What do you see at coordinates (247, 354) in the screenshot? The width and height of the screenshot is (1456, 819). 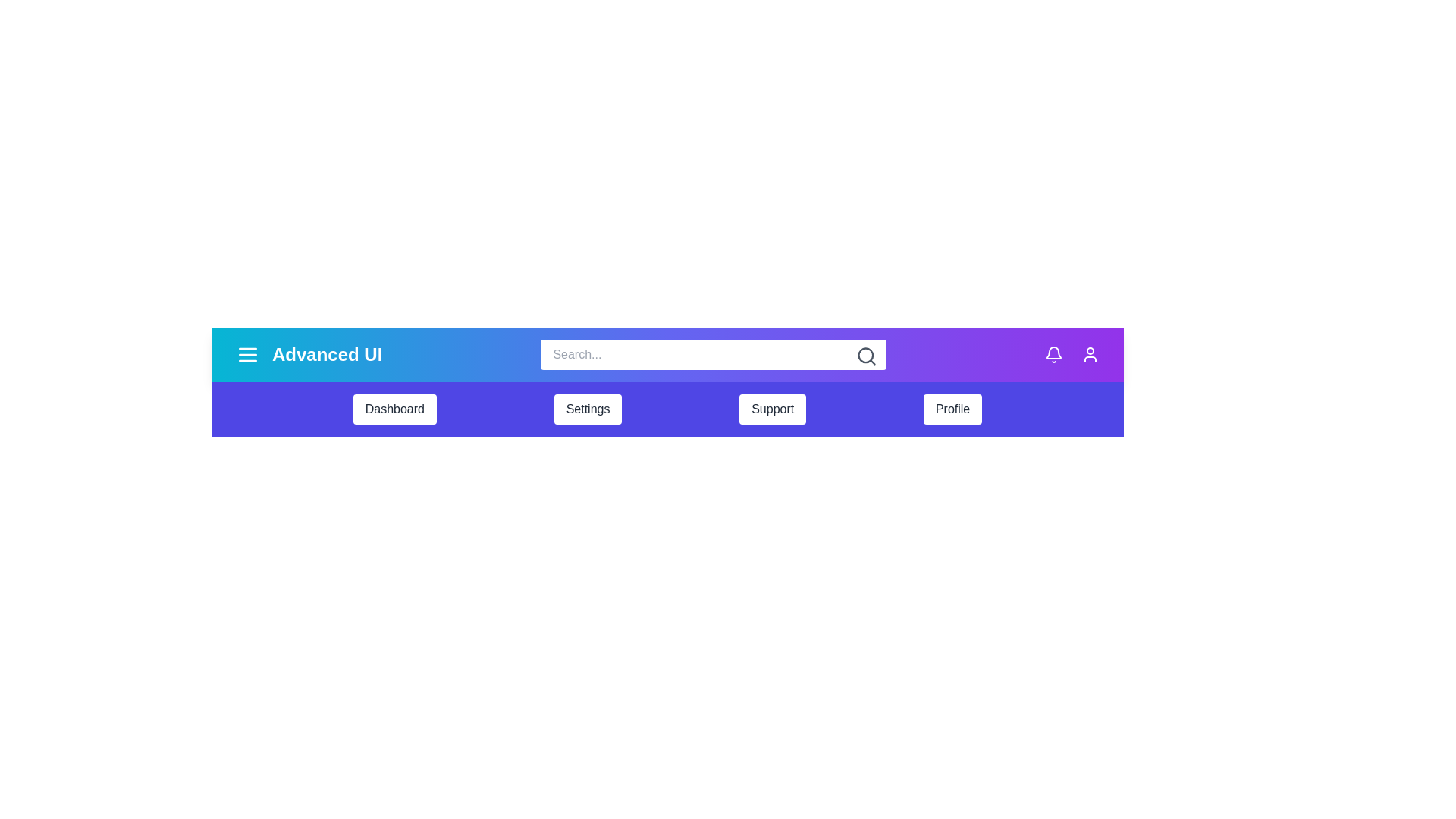 I see `the menu icon to toggle the menu open or closed` at bounding box center [247, 354].